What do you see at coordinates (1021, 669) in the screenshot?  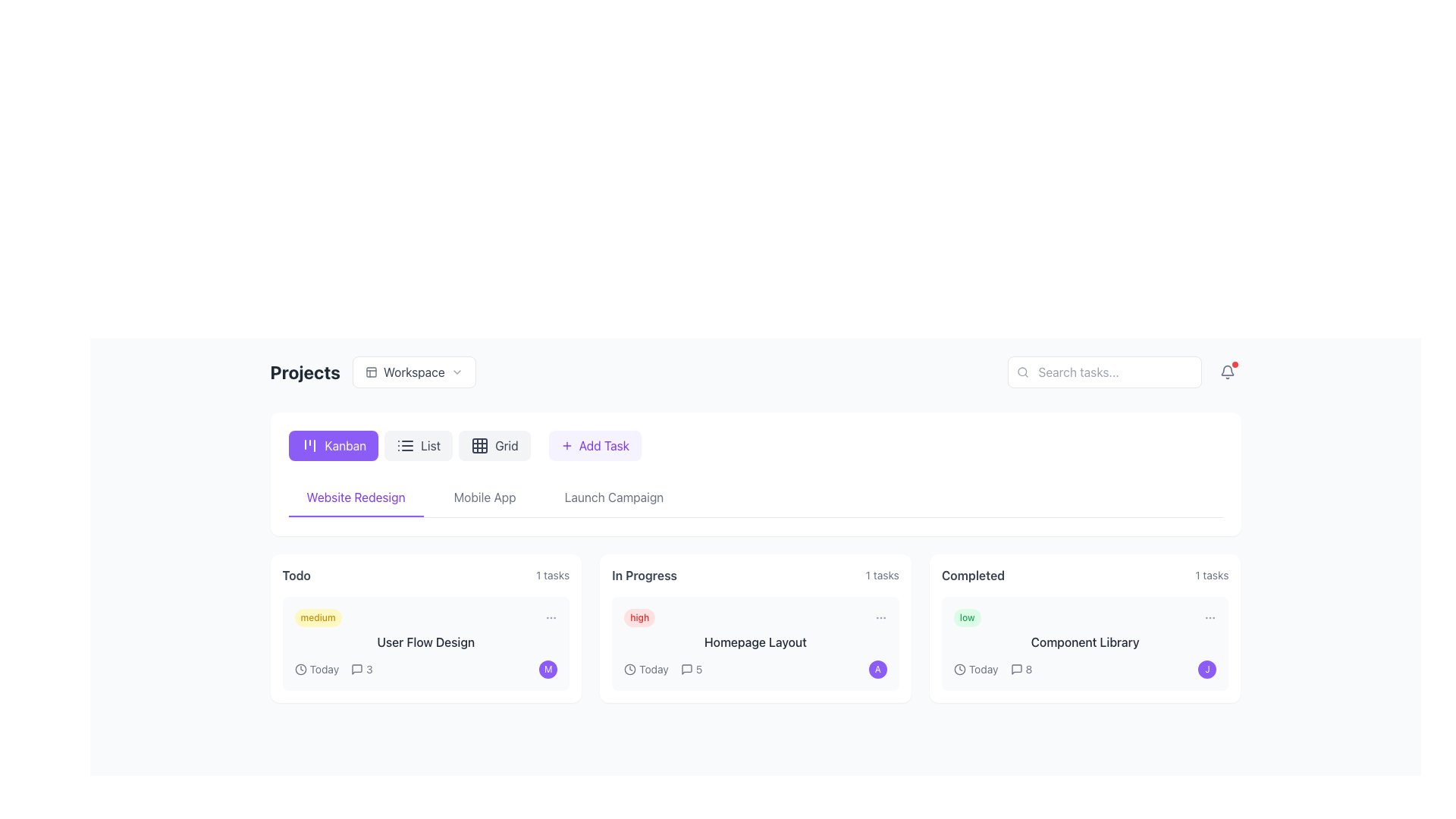 I see `the numerical indicator '8' displayed in light gray color, positioned next to the speech-bubble-shaped icon in the 'Completed' content card under the task title 'Component Library'` at bounding box center [1021, 669].